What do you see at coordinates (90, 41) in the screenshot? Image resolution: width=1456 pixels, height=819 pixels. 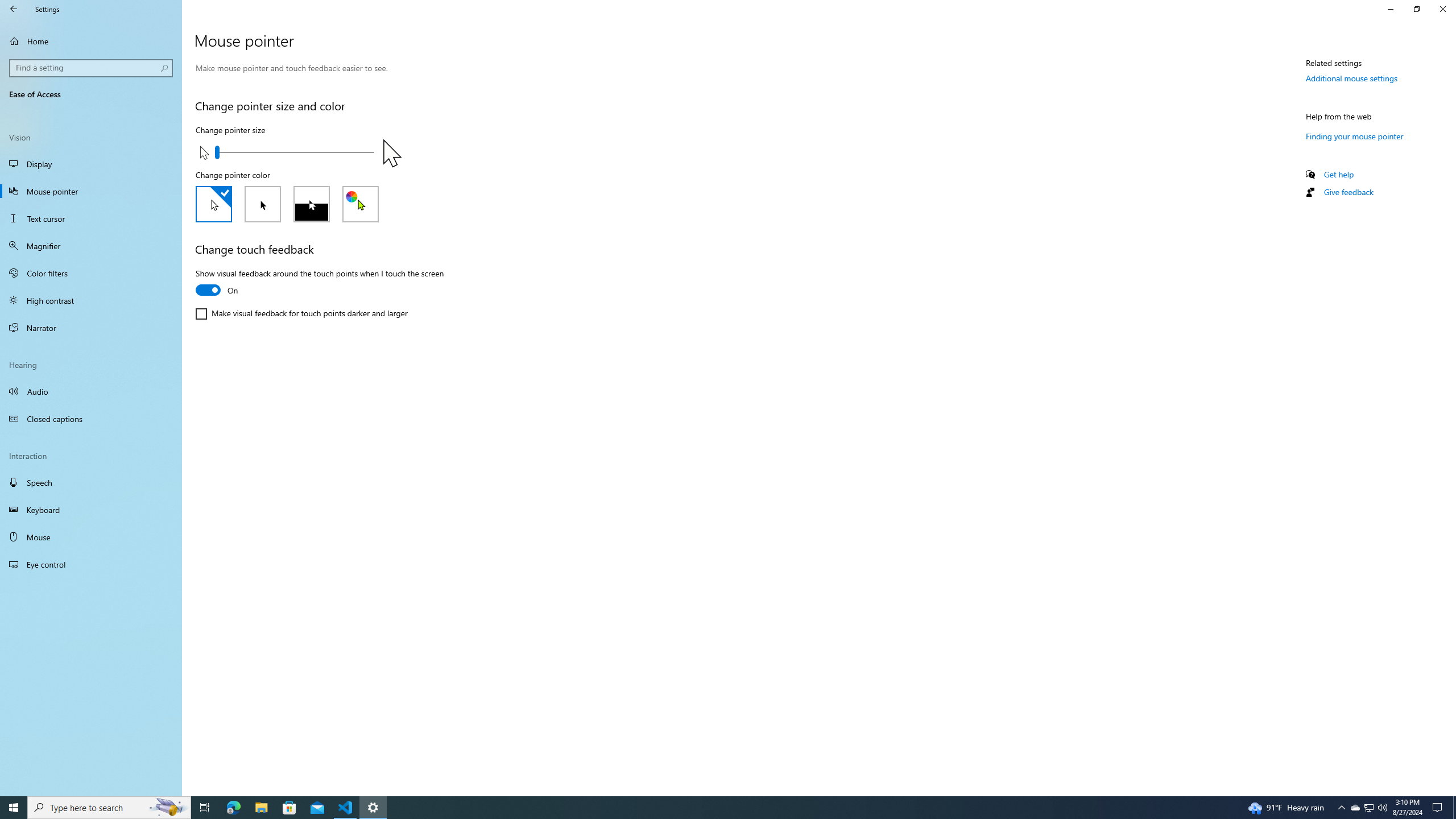 I see `'Home'` at bounding box center [90, 41].